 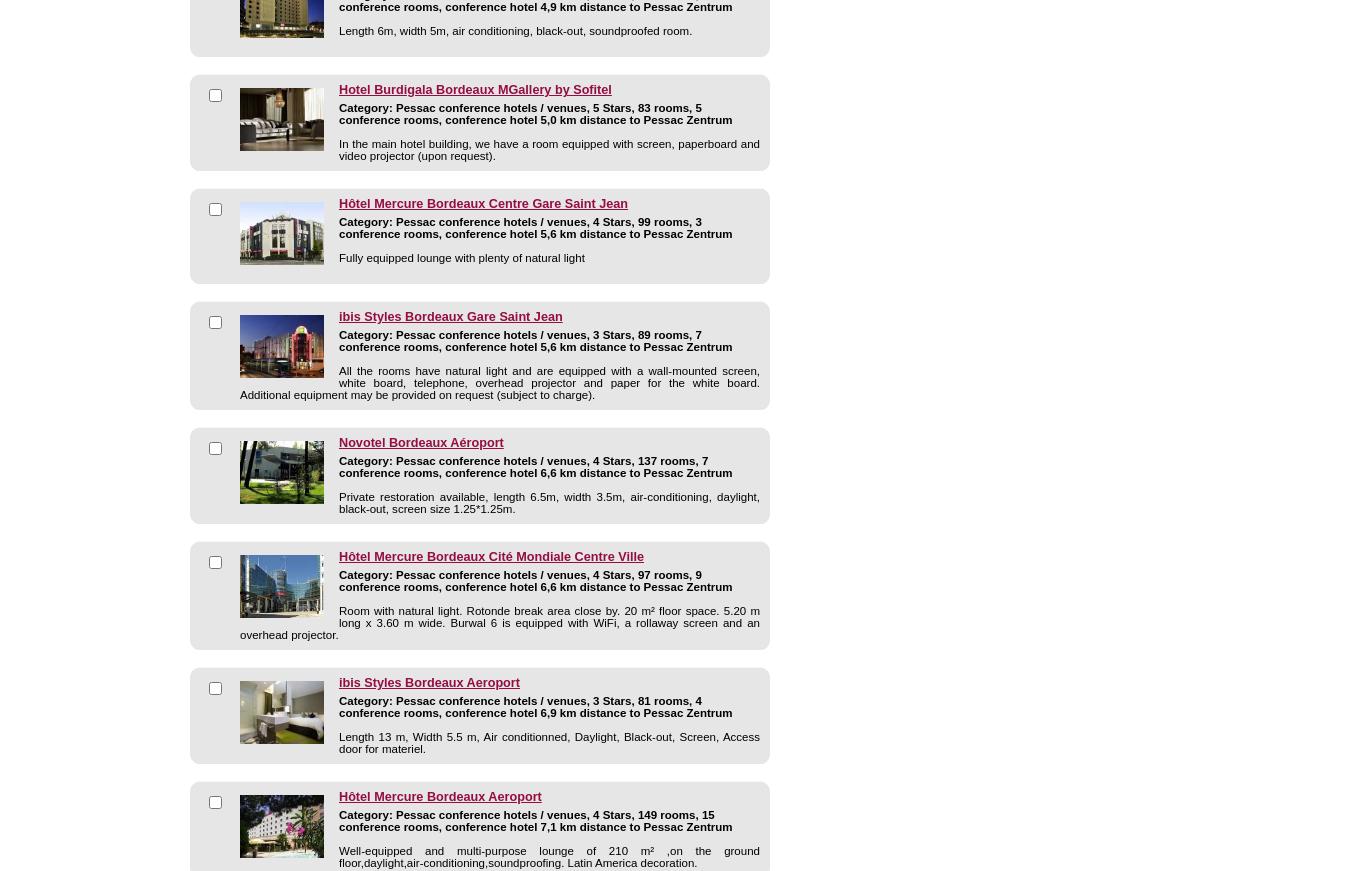 I want to click on 'All the rooms have natural light and are equipped with a wall-mounted screen, white board, telephone, overhead projector and paper for the white board. Additional equipment may be provided on request (subject to charge).', so click(x=499, y=381).